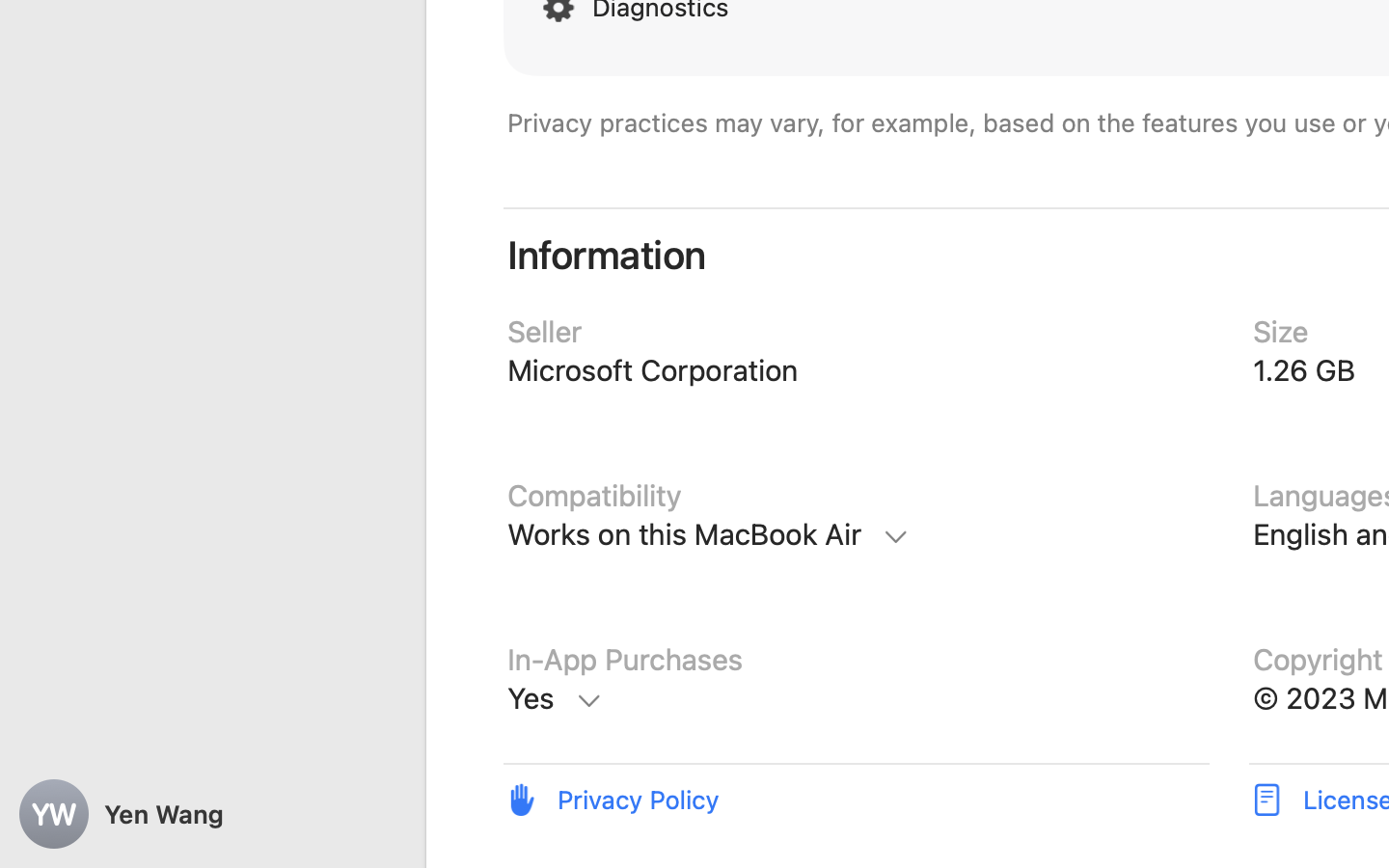 The image size is (1389, 868). Describe the element at coordinates (856, 698) in the screenshot. I see `'In-App Purchases, Microsoft 365 Personal, $69.99, Microsoft 365 Personal Monthly, $6.99, Microsoft 365 Family, $99.99, Microsoft 365 Family, $9.99, Microsoft Copilot Pro, $20.00, Microsoft 365 Personal, $119.99, Learn More'` at that location.